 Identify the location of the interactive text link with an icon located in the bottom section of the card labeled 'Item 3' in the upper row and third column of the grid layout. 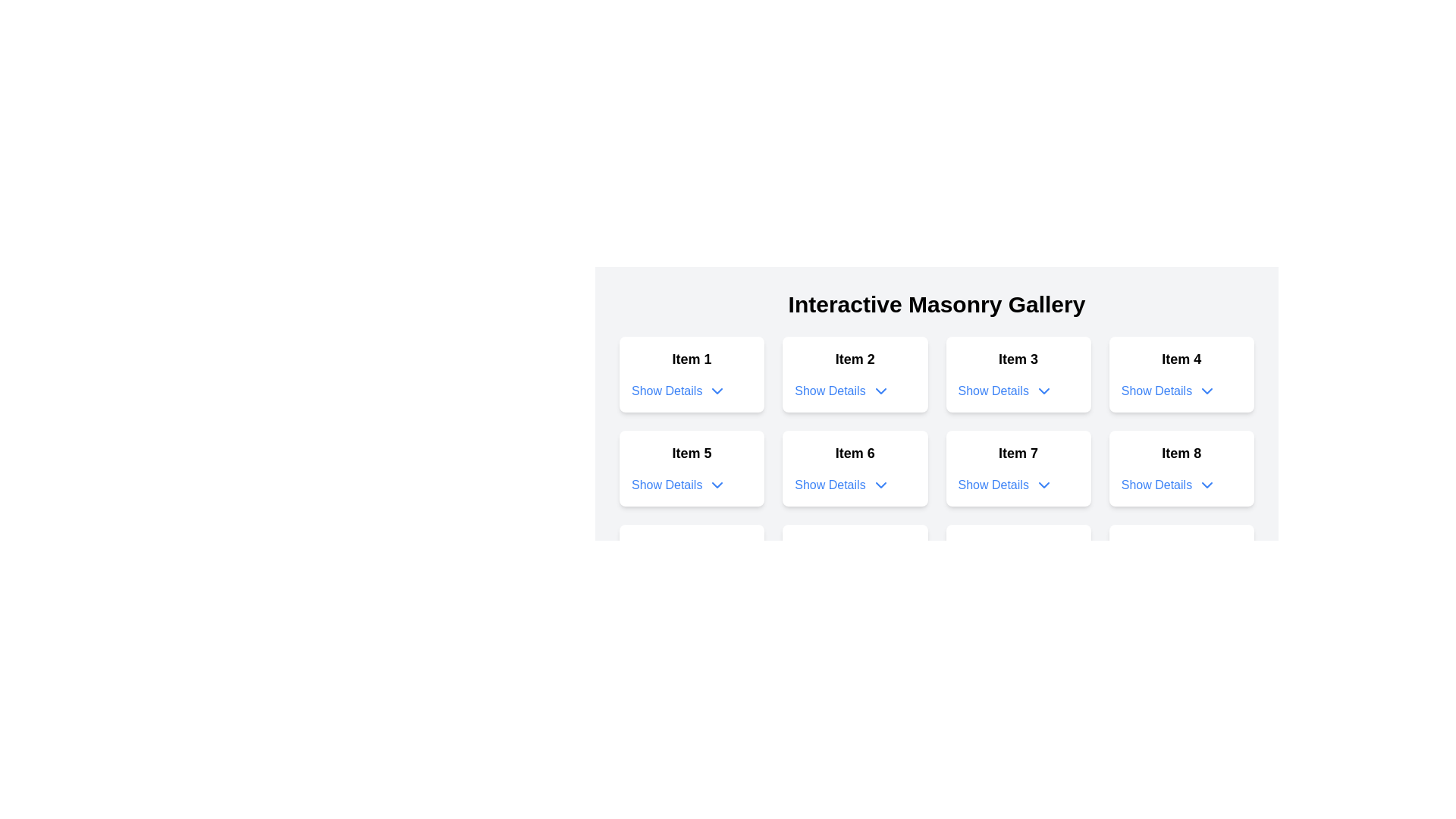
(1006, 391).